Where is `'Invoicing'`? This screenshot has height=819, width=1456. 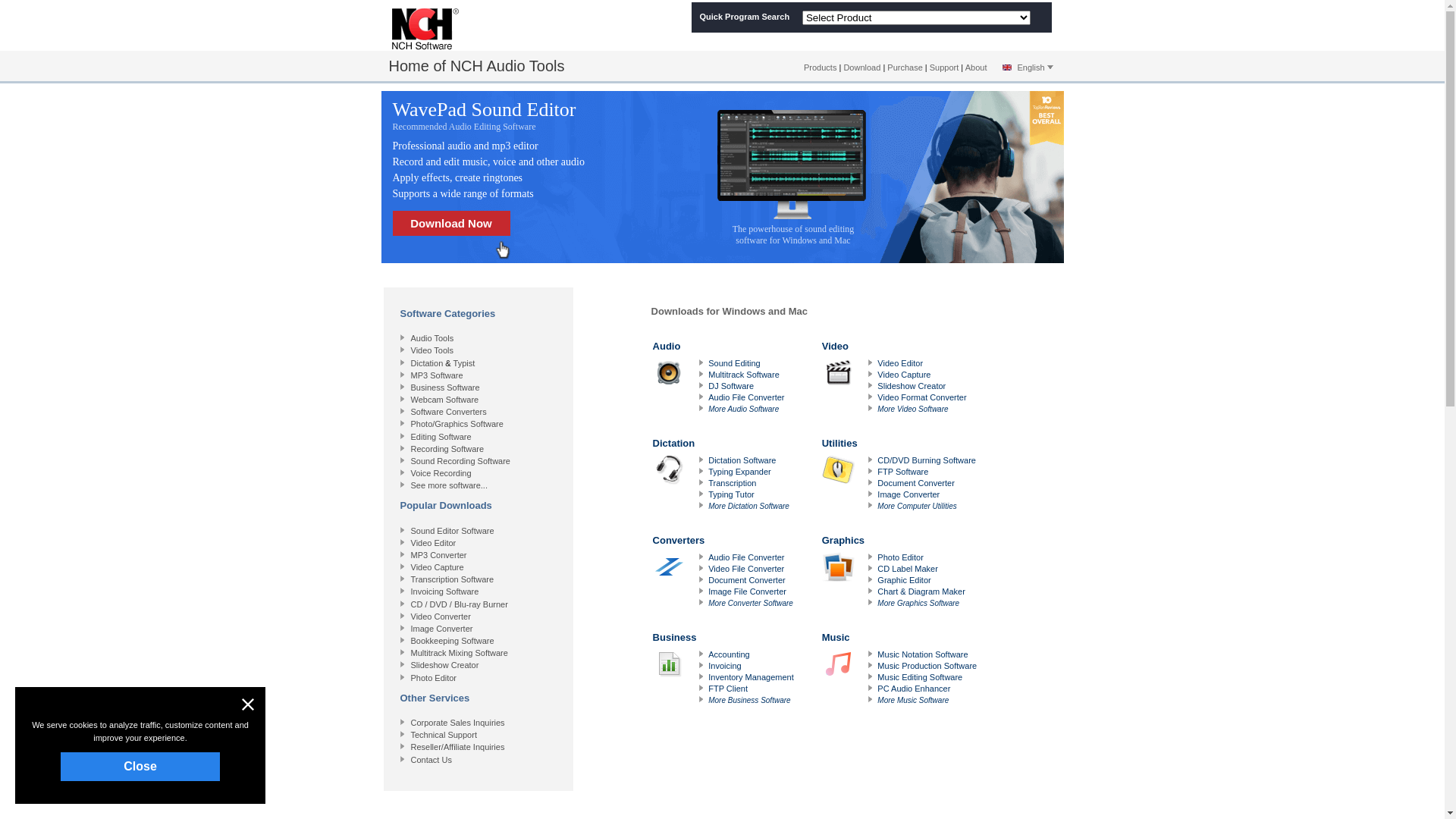
'Invoicing' is located at coordinates (708, 665).